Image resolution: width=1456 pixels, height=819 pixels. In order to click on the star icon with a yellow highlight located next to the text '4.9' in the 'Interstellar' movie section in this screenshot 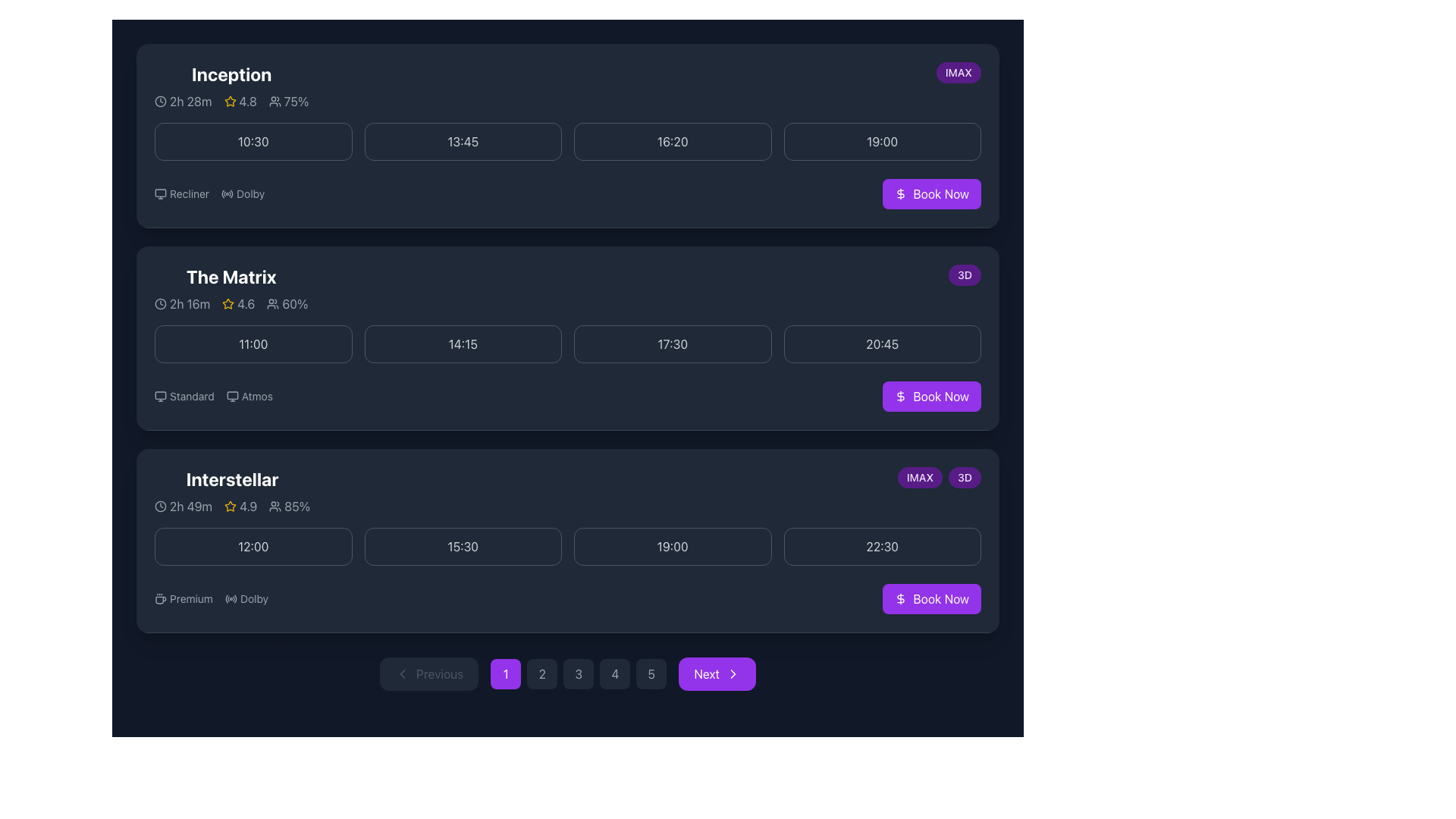, I will do `click(231, 506)`.